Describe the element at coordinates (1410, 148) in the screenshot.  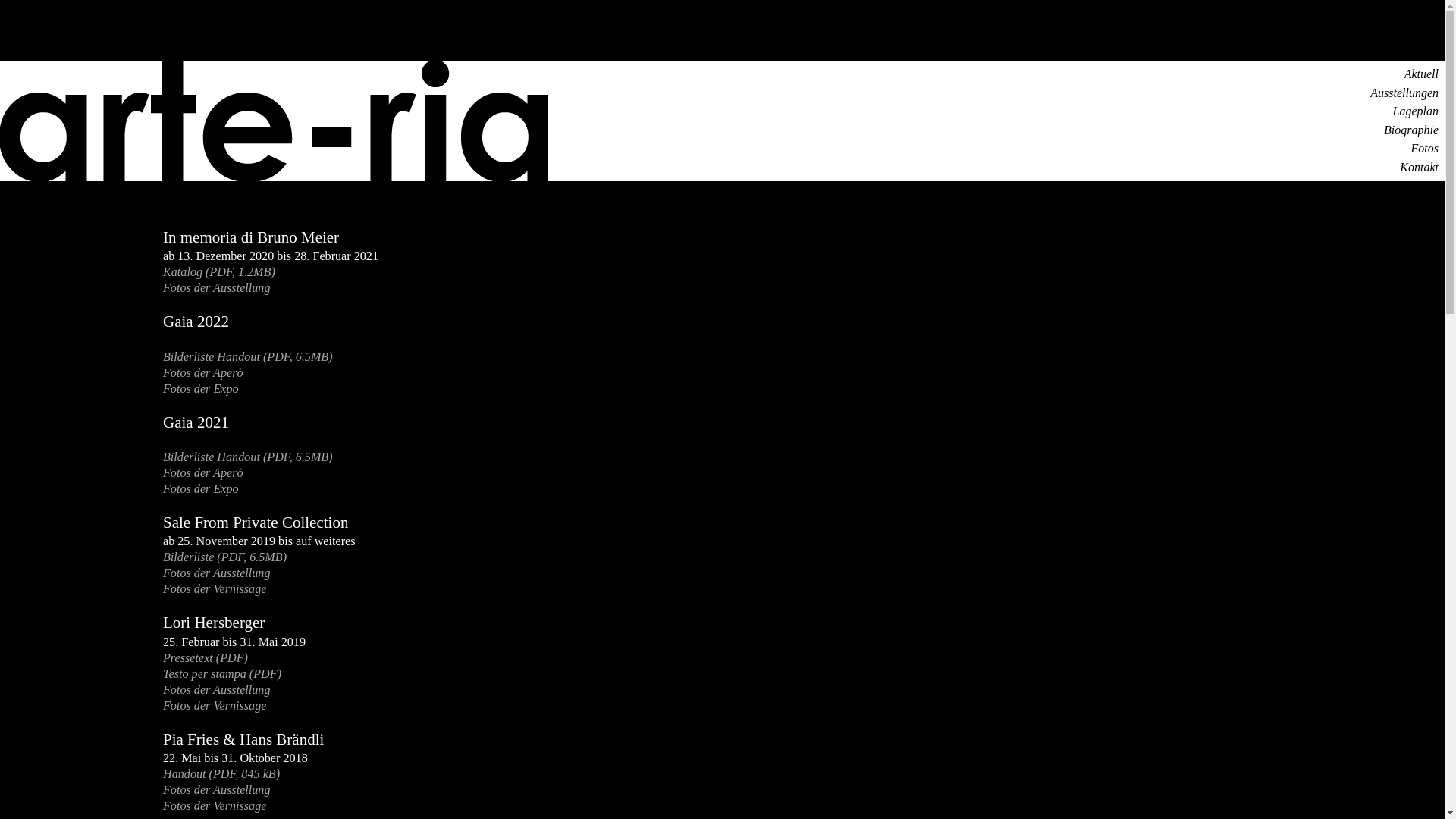
I see `'Fotos'` at that location.